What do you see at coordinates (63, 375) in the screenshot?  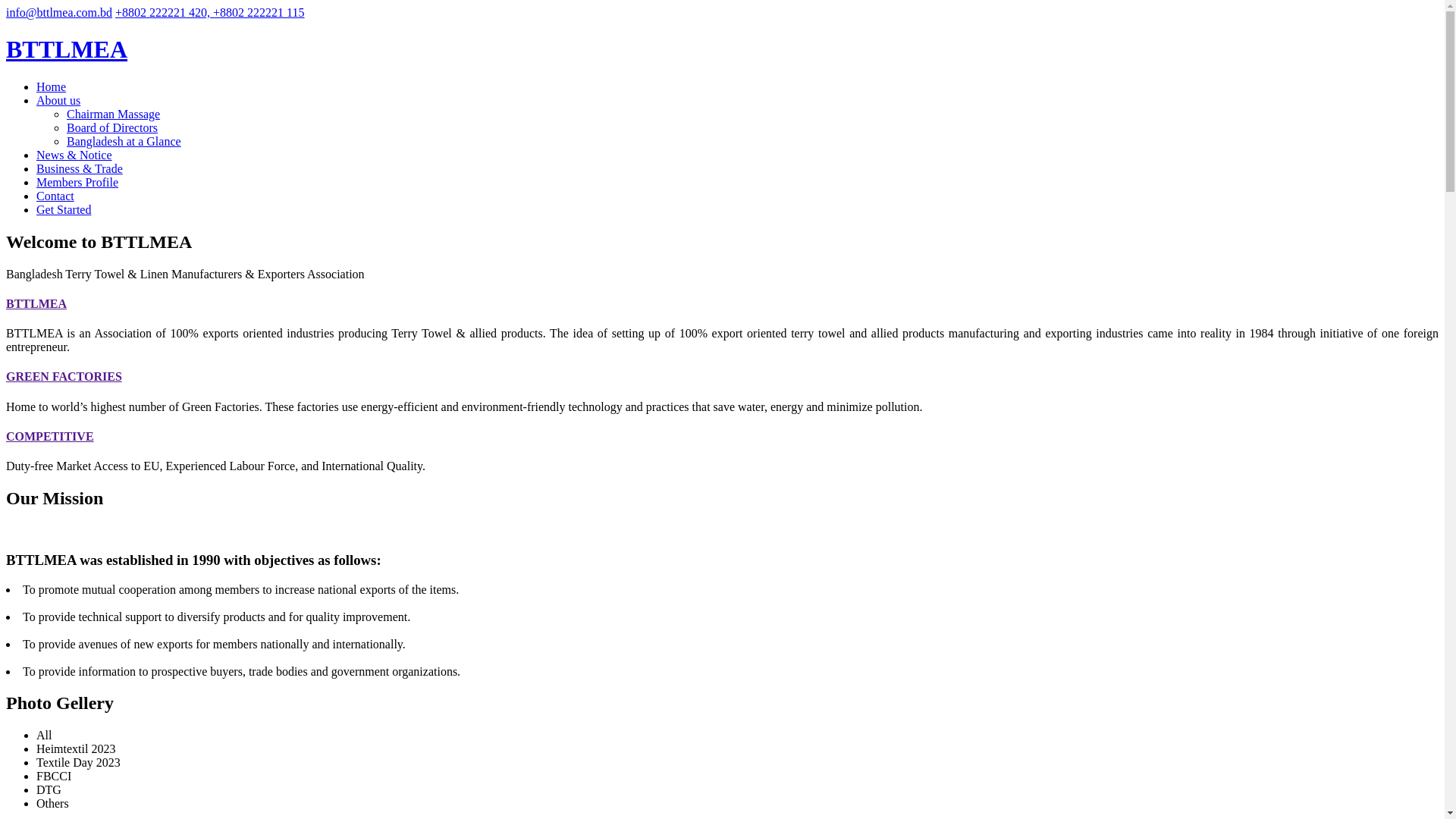 I see `'GREEN FACTORIES'` at bounding box center [63, 375].